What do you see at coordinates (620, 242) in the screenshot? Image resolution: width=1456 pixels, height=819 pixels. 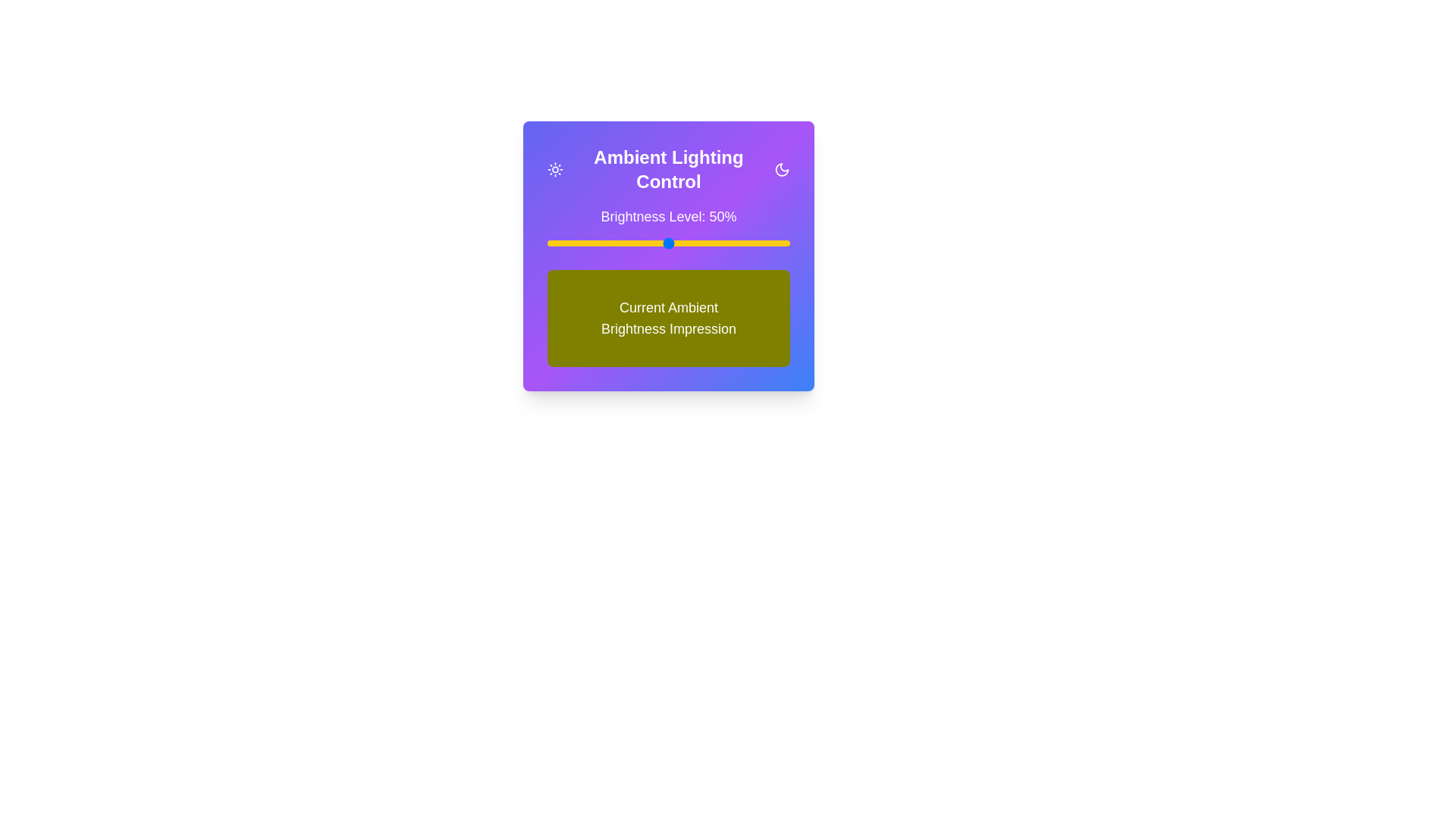 I see `the brightness level to 30% by moving the slider` at bounding box center [620, 242].